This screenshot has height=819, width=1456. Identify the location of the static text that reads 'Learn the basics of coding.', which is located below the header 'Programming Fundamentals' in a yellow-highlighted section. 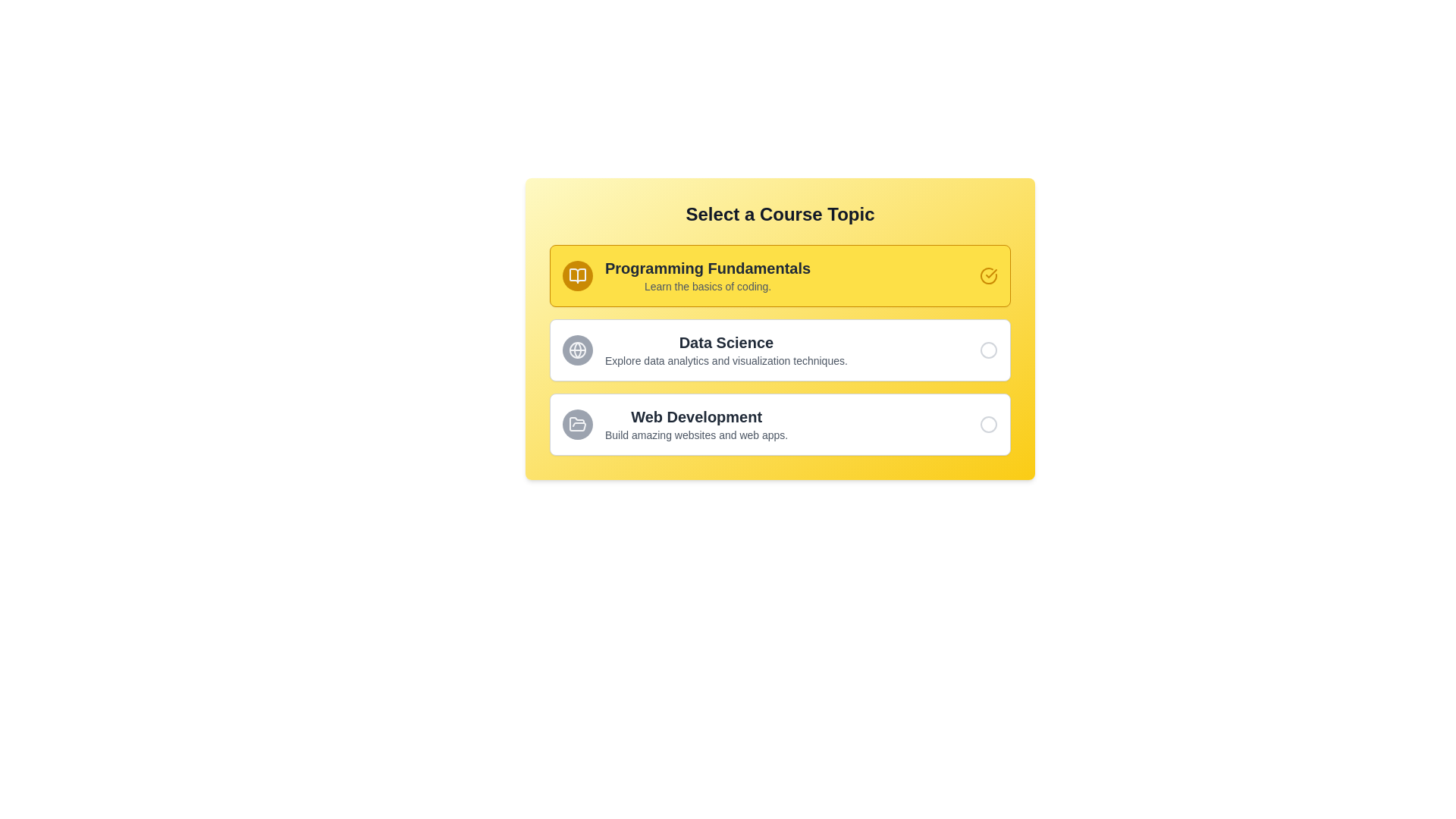
(707, 287).